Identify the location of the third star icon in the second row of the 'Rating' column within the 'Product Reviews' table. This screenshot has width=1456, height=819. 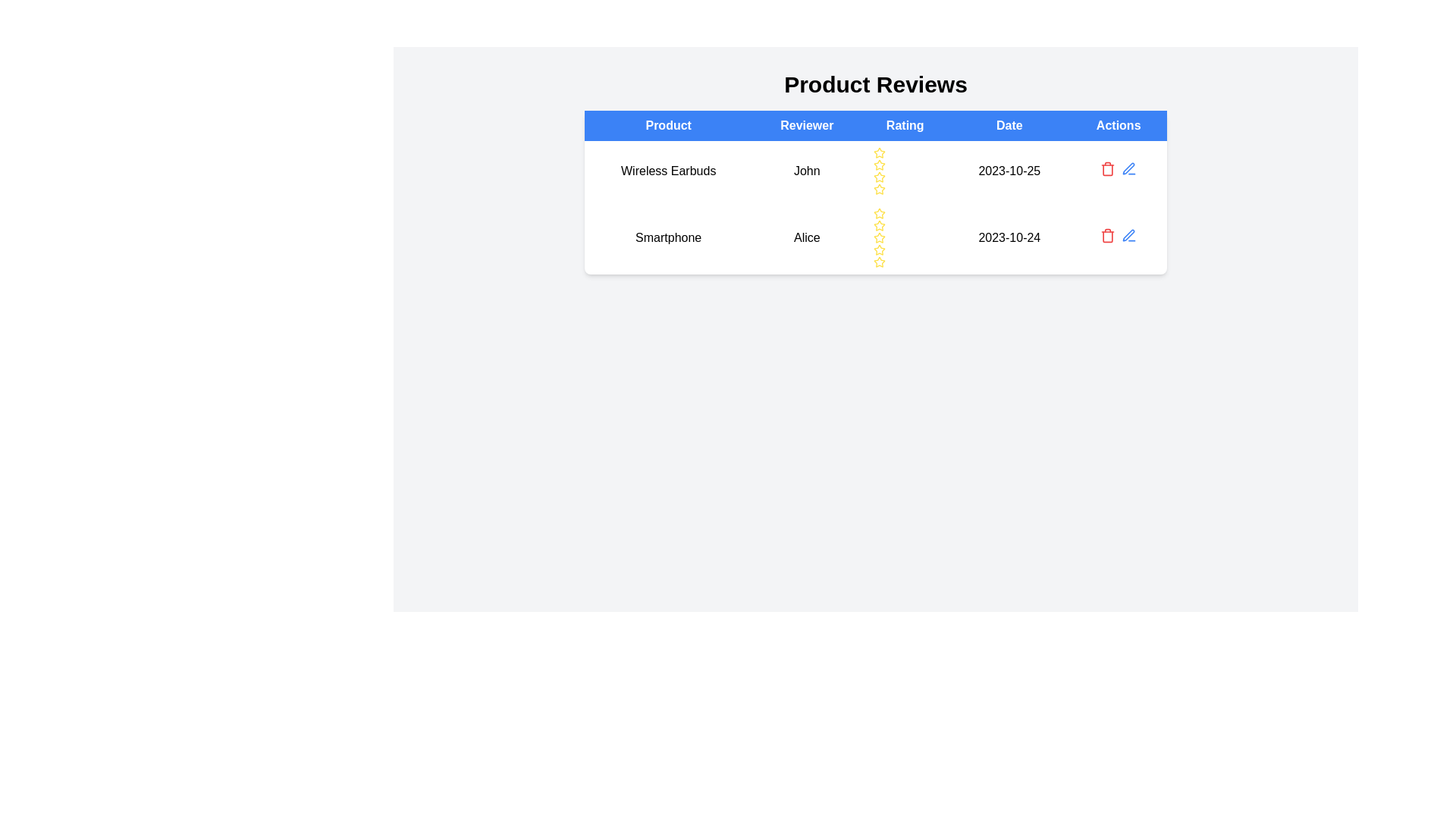
(880, 225).